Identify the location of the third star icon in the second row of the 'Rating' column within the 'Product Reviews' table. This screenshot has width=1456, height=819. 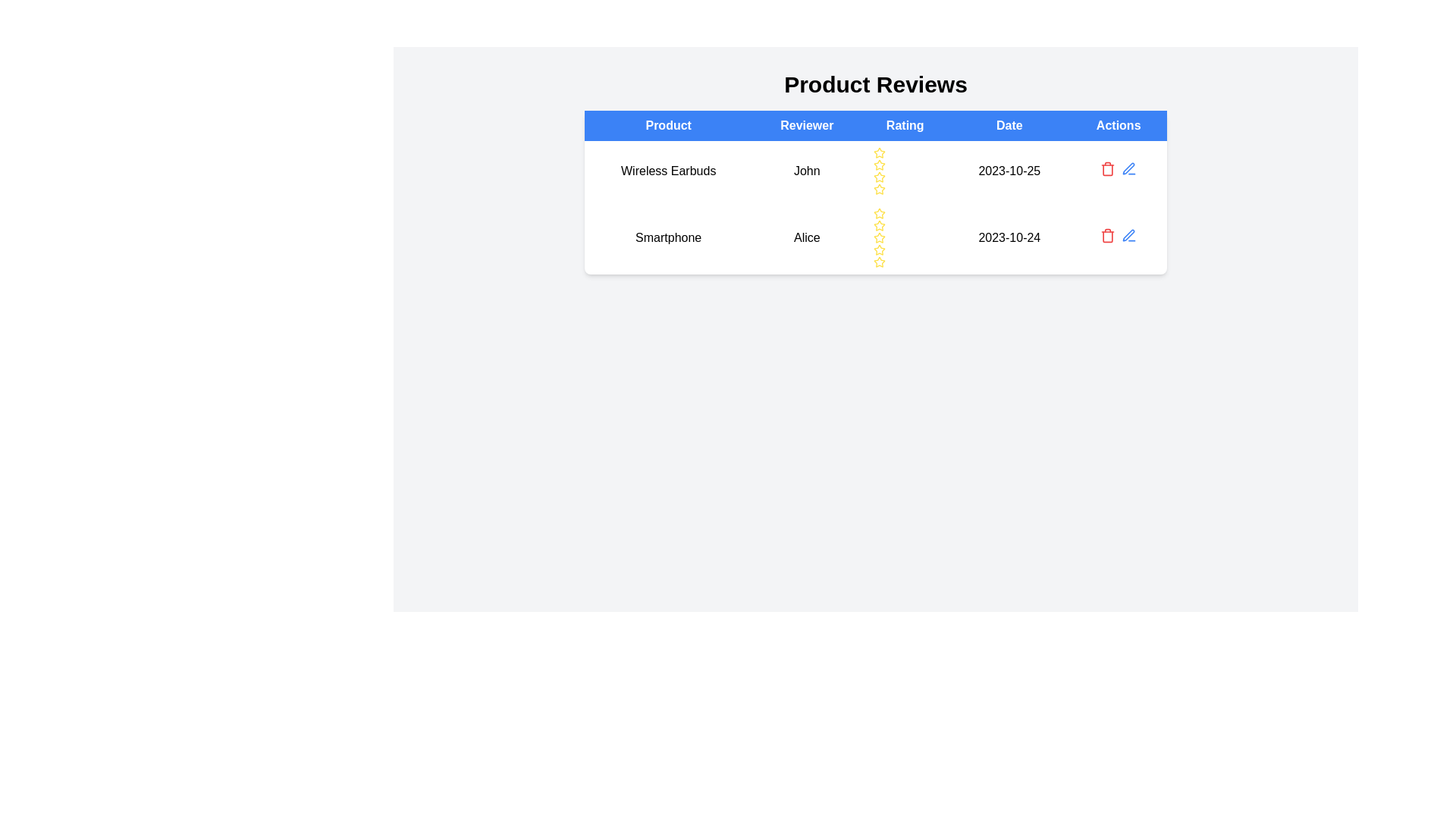
(880, 225).